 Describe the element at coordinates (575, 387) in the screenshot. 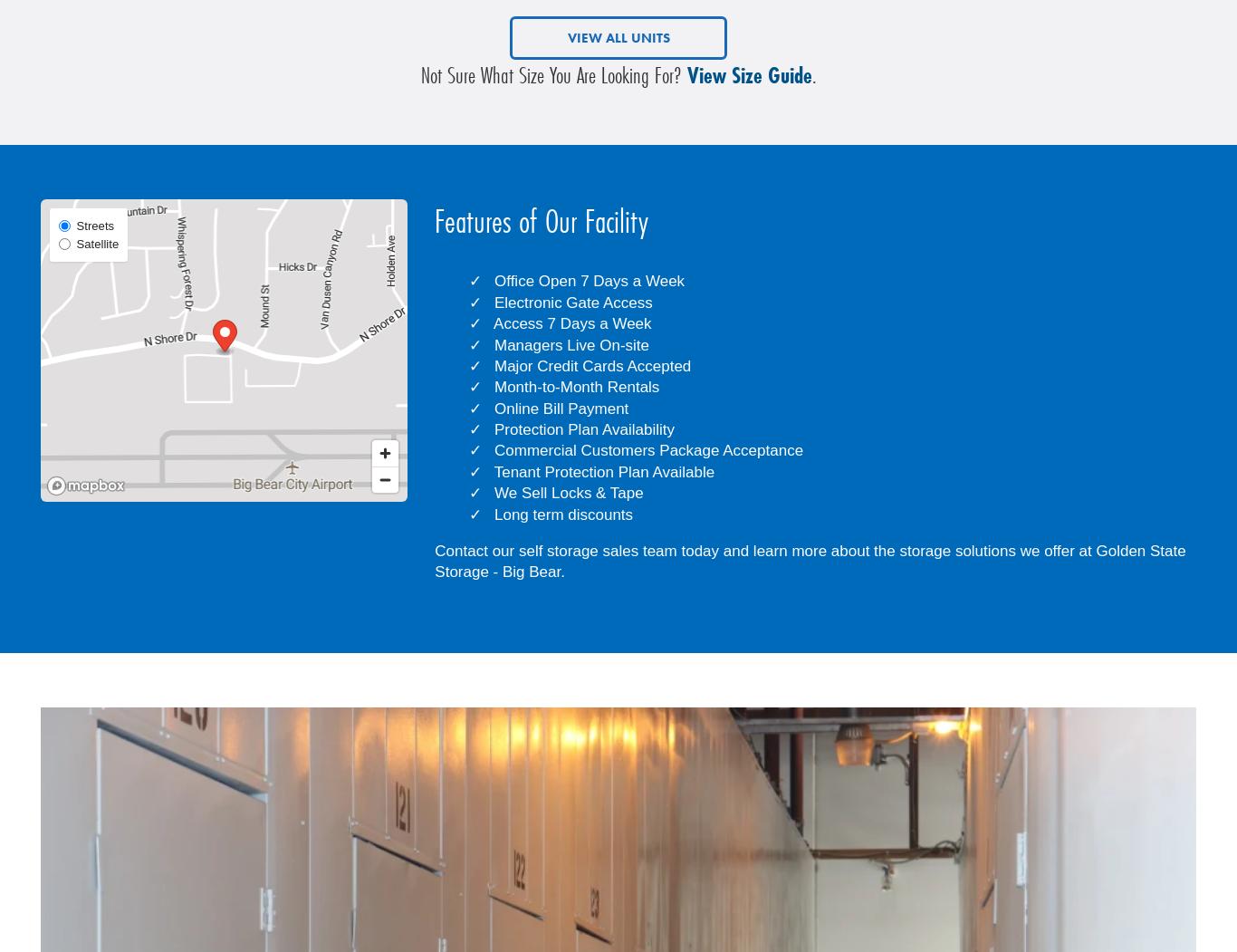

I see `'Month-to-Month Rentals'` at that location.